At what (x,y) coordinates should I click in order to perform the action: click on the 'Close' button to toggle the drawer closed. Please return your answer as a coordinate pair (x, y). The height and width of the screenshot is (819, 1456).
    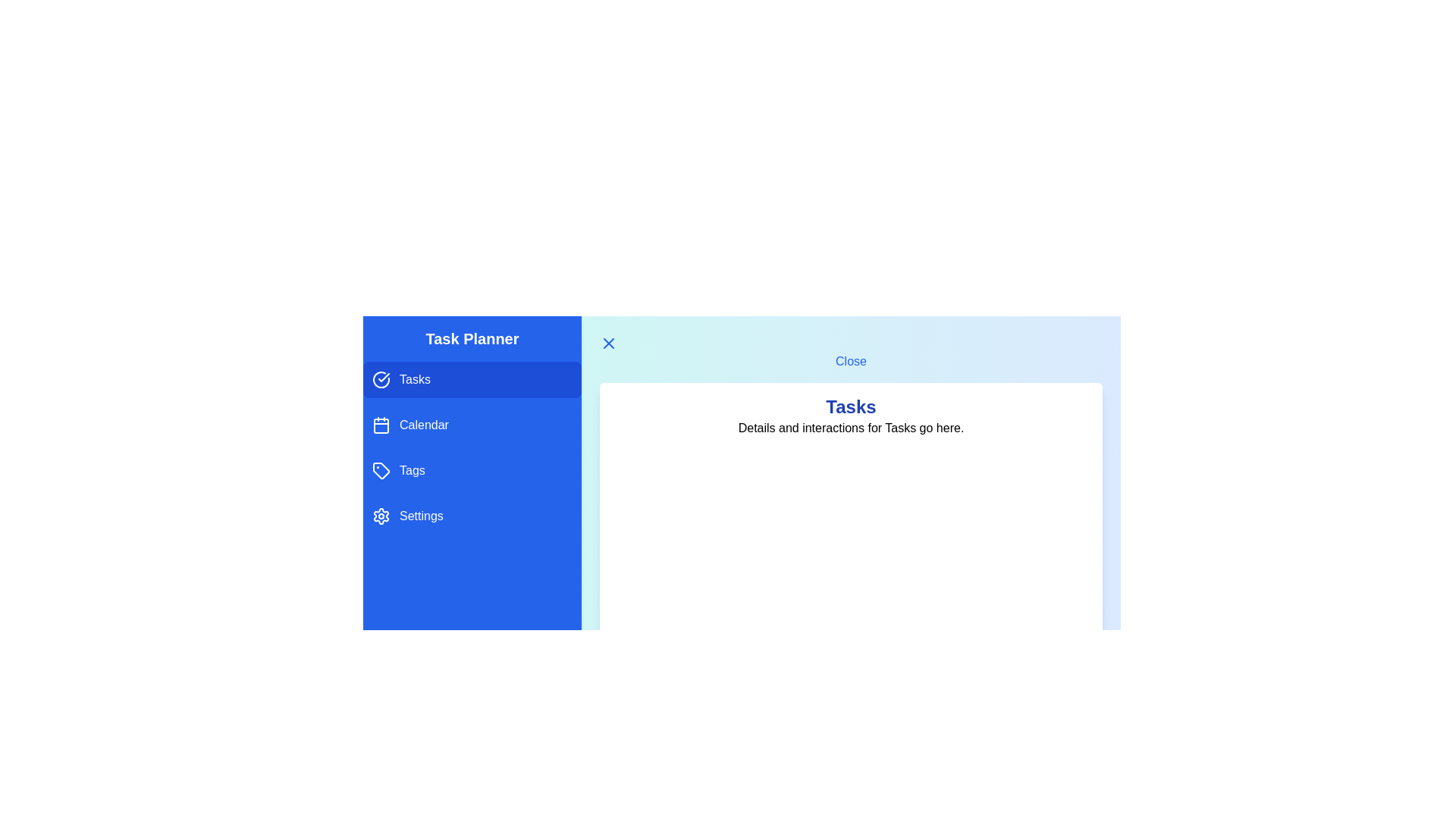
    Looking at the image, I should click on (851, 353).